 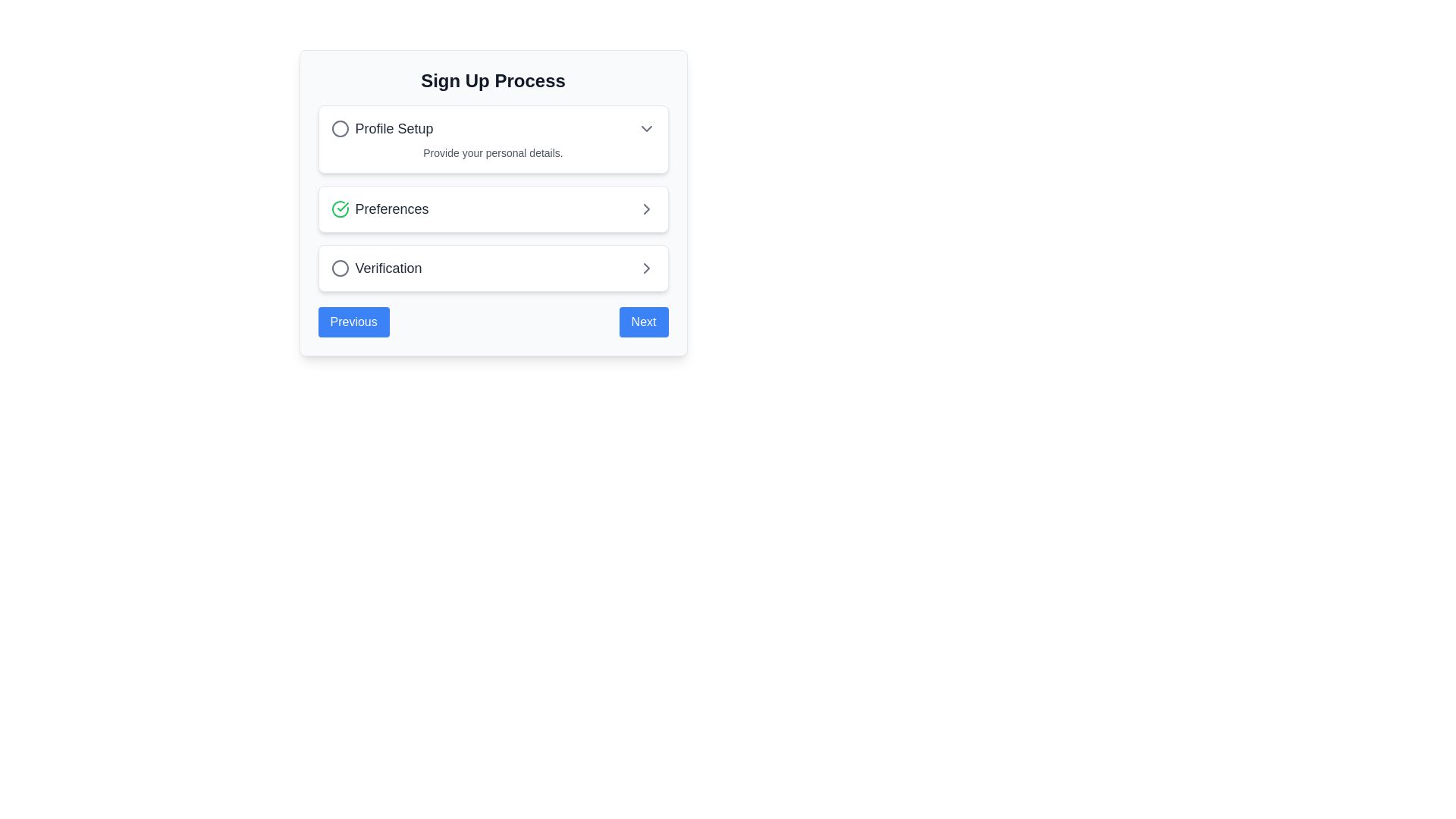 What do you see at coordinates (376, 268) in the screenshot?
I see `the 'Verification' step in the sign-up process, which is the third item in the vertical list with a right chevron icon` at bounding box center [376, 268].